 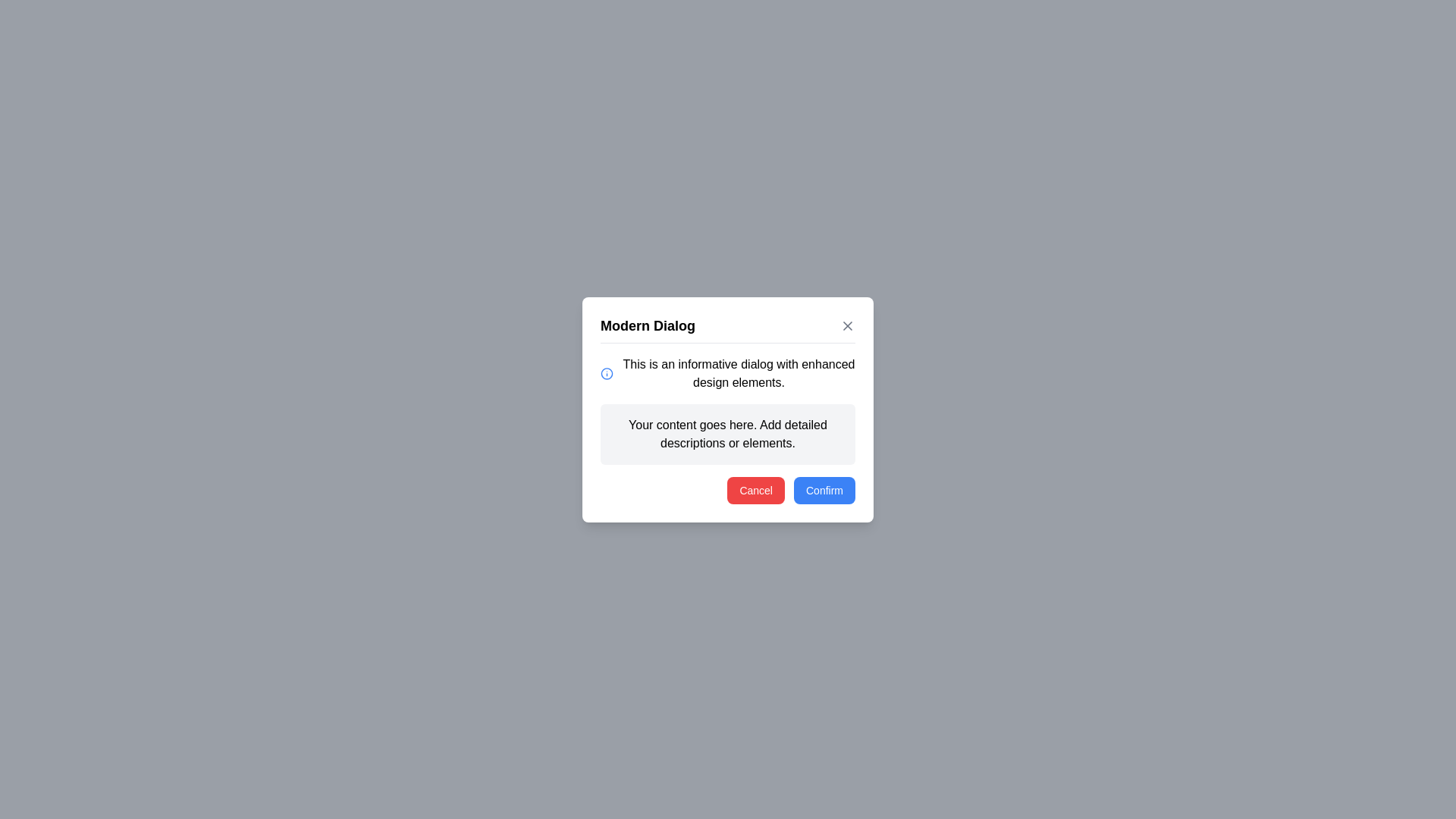 I want to click on the bold, large text label reading 'Modern Dialog' located at the top-left side of the dialog box, so click(x=648, y=325).